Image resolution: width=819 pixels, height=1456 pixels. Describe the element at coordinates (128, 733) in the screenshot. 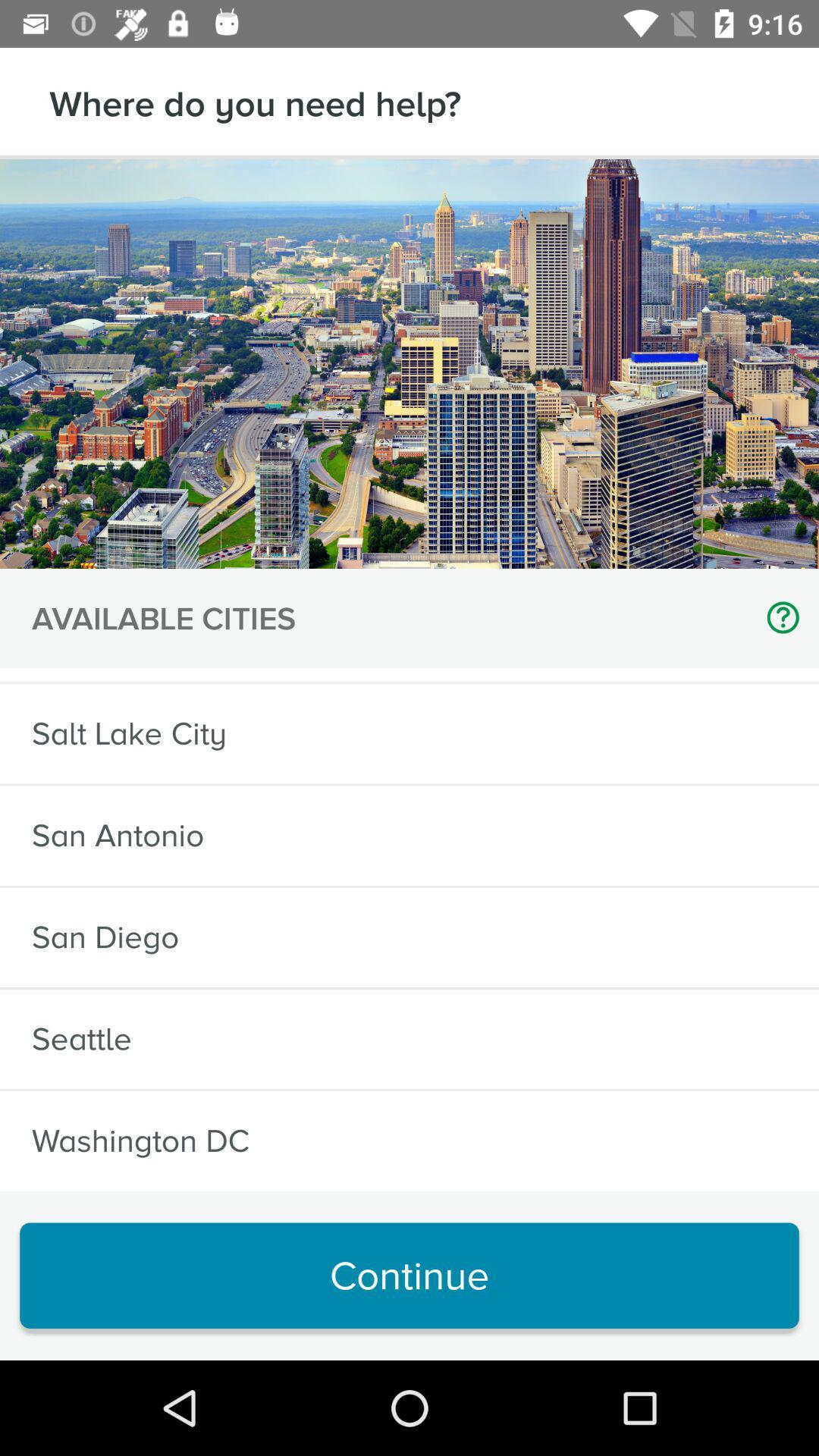

I see `item above the san antonio item` at that location.